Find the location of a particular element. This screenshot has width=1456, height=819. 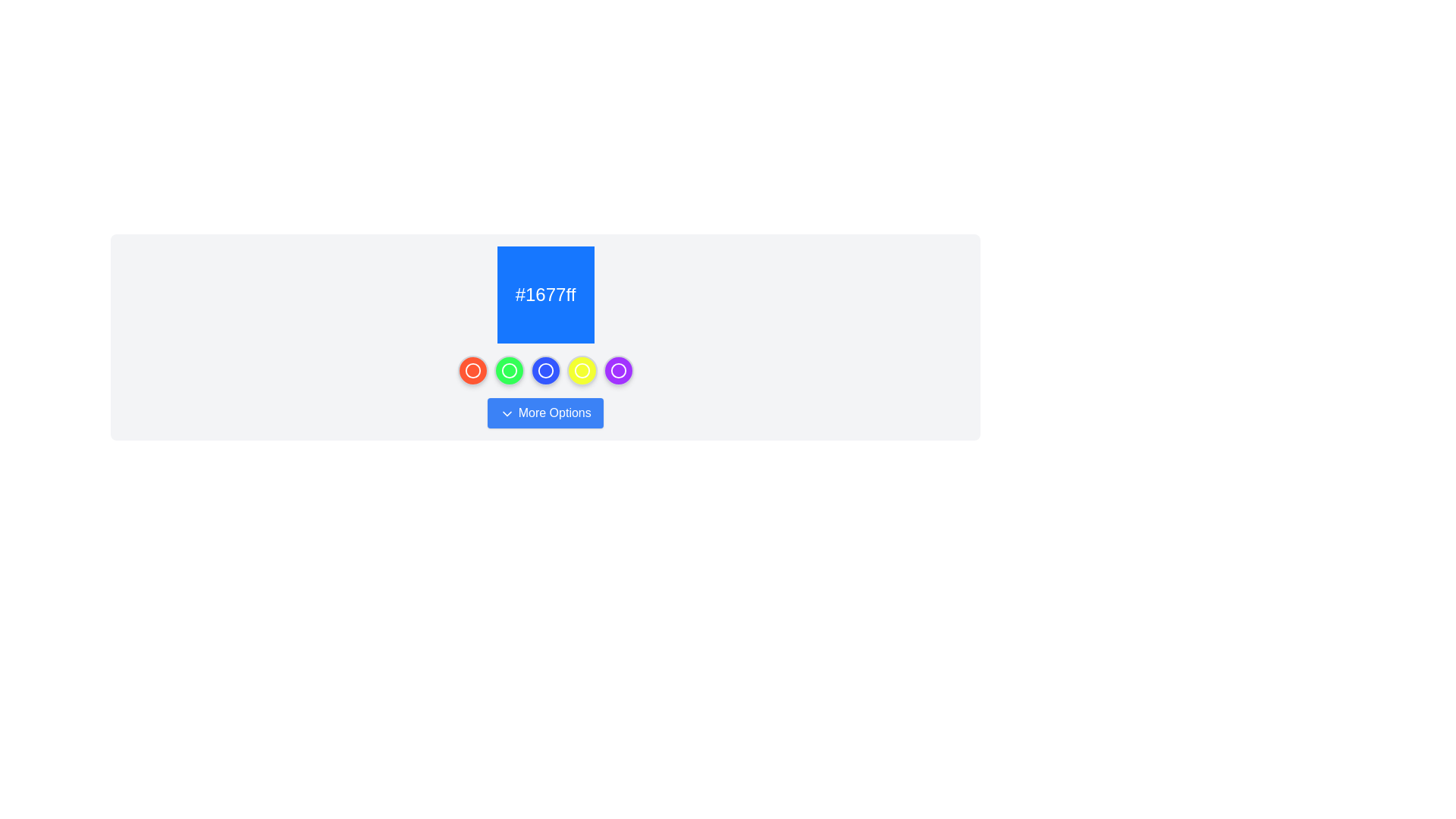

the fourth circular button from the left, positioned beneath the blue square and above the 'More Options' button is located at coordinates (581, 371).